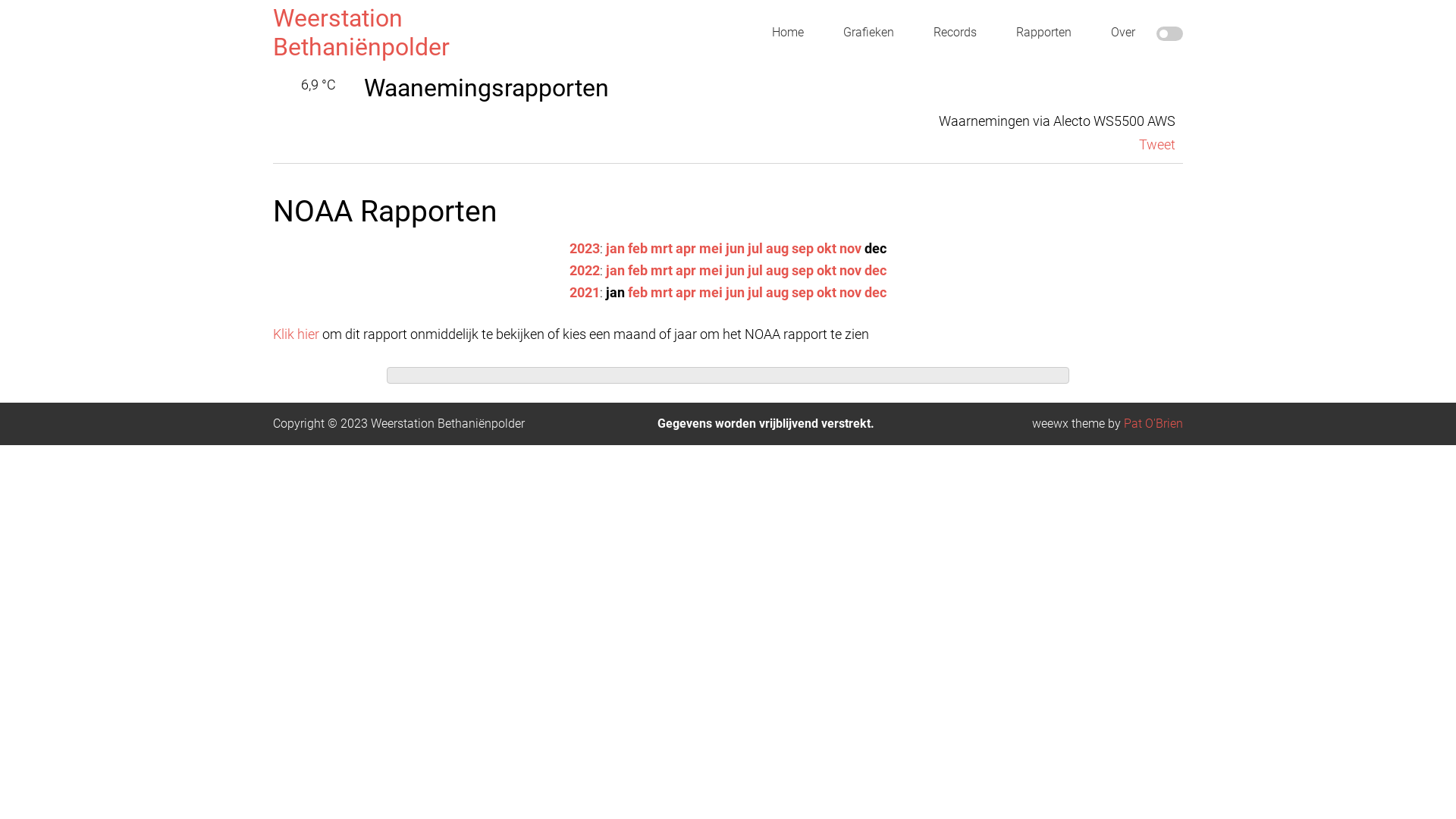 The width and height of the screenshot is (1456, 819). I want to click on 'mrt', so click(661, 269).